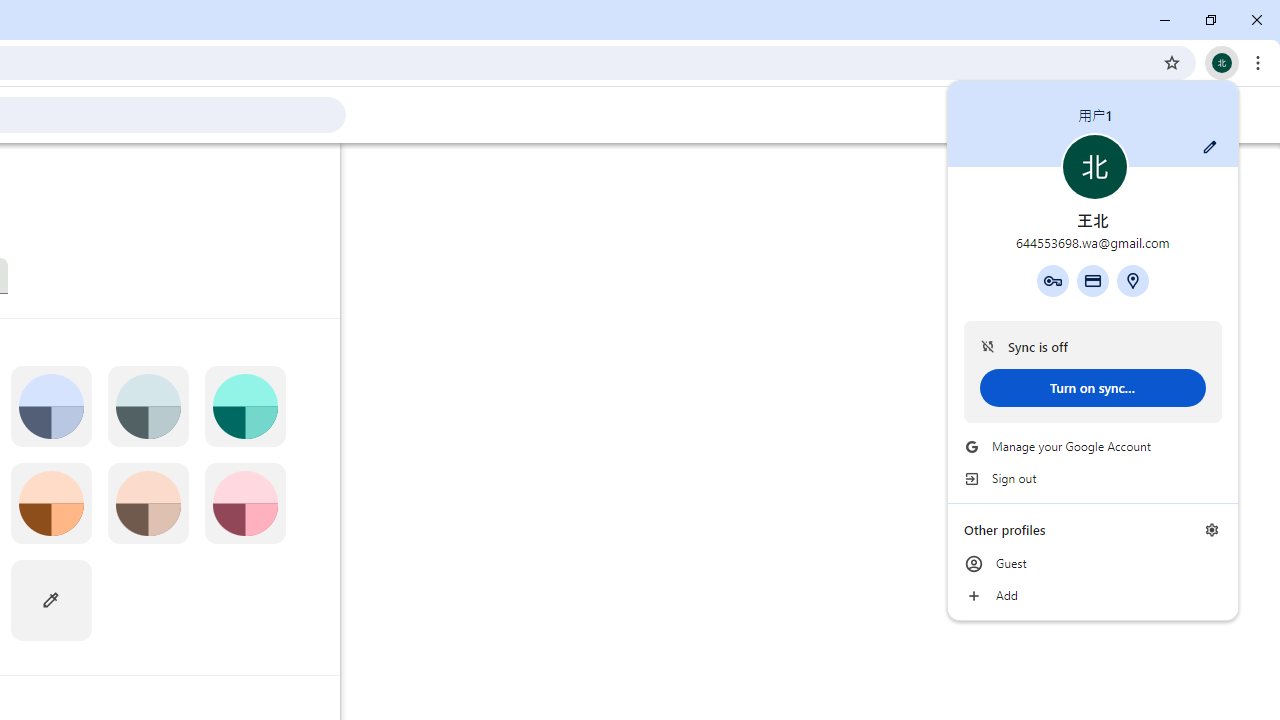 Image resolution: width=1280 pixels, height=720 pixels. Describe the element at coordinates (1211, 528) in the screenshot. I see `'Manage profiles'` at that location.